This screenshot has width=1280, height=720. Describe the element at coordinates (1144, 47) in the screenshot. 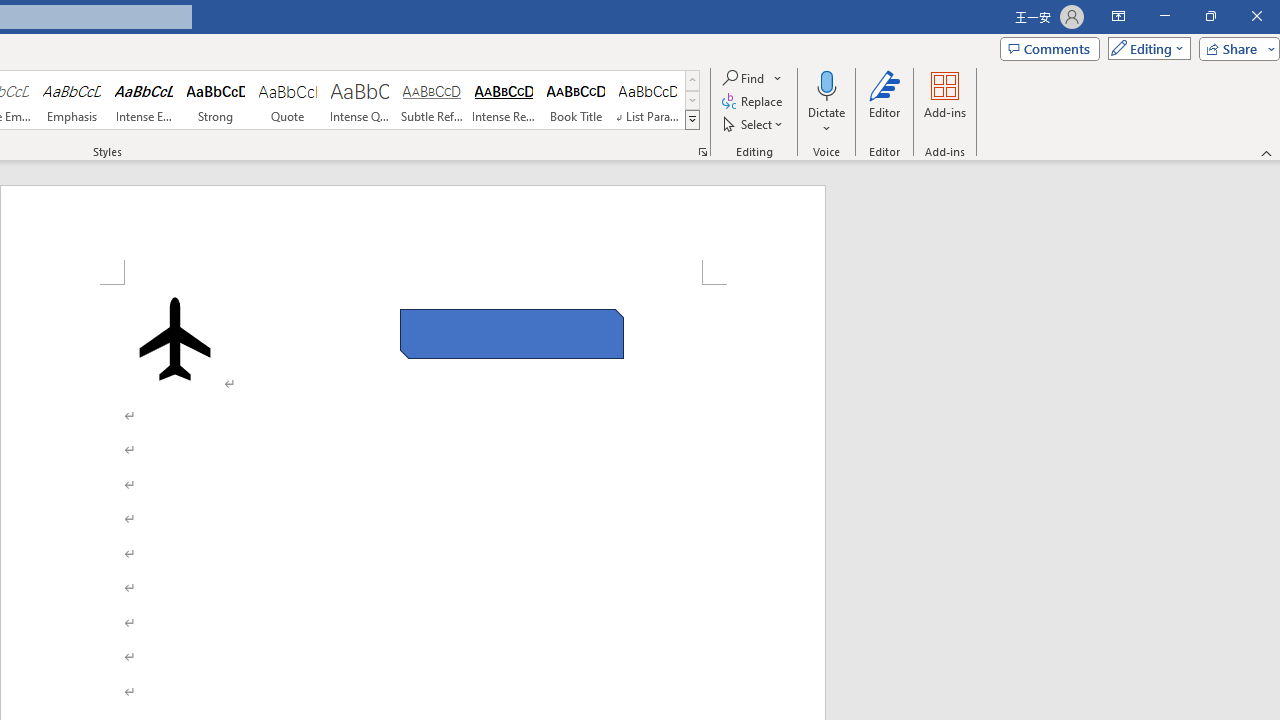

I see `'Editing'` at that location.